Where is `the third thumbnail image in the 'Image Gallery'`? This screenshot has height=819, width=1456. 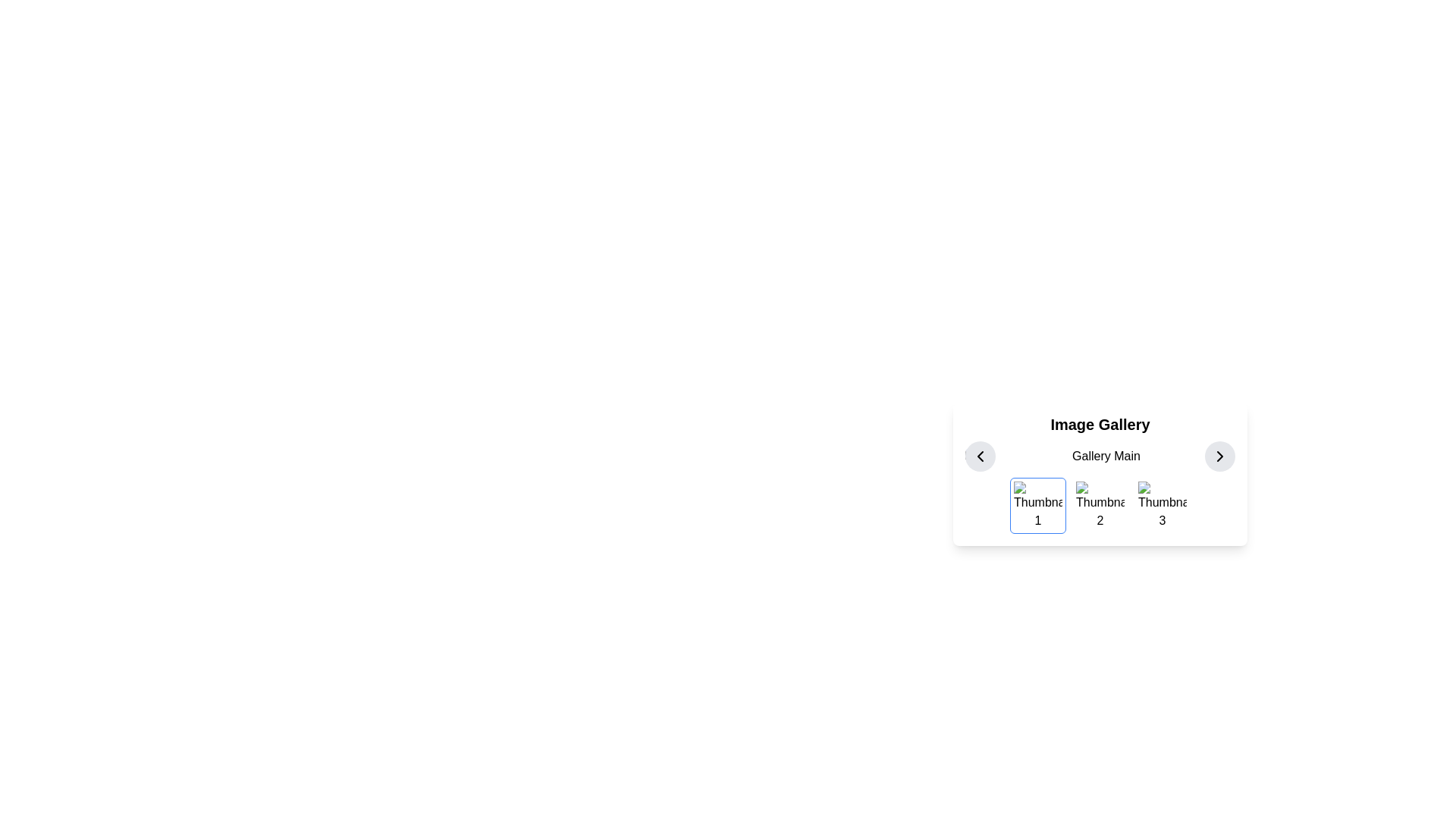
the third thumbnail image in the 'Image Gallery' is located at coordinates (1161, 506).